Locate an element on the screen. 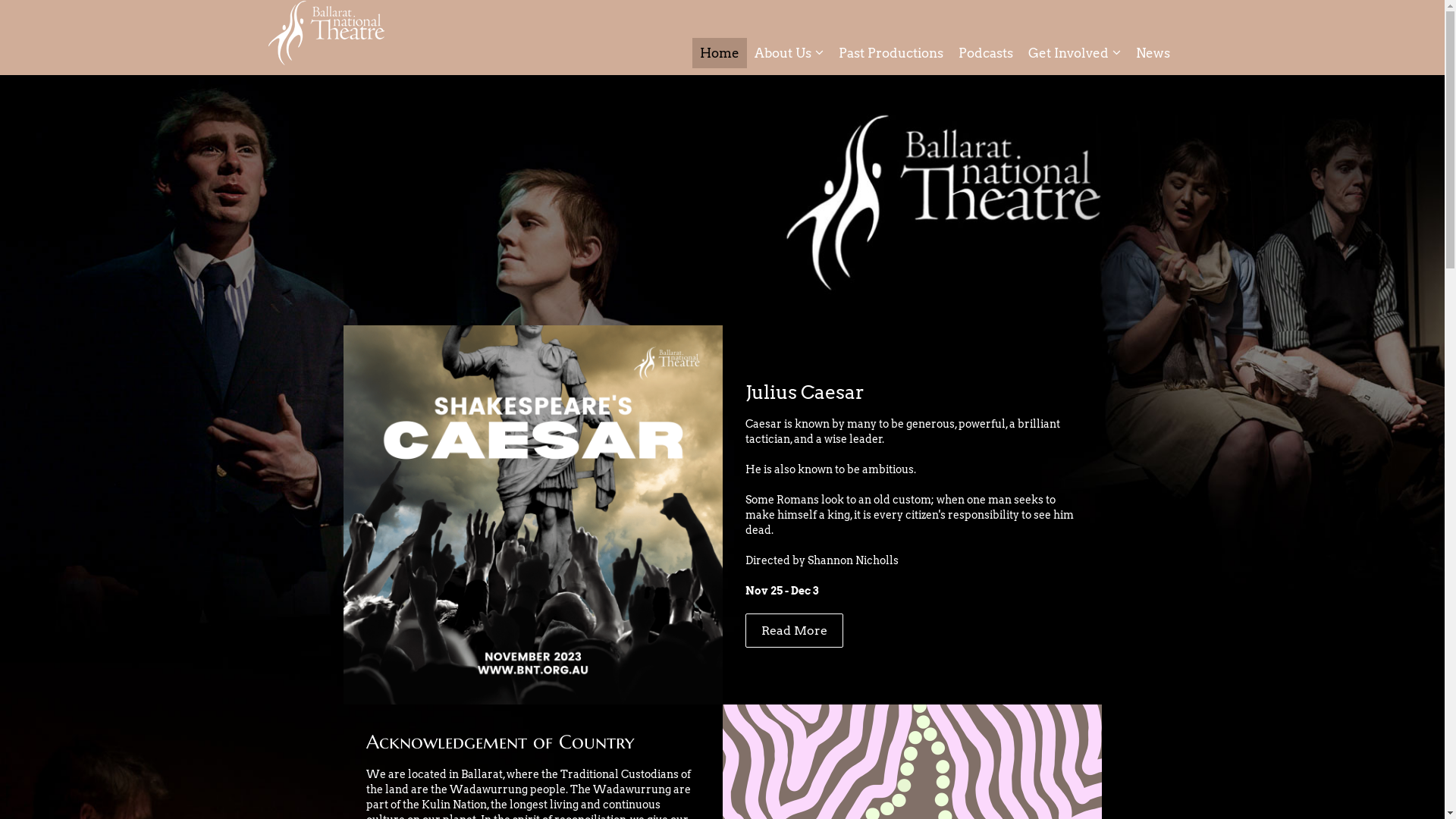 This screenshot has height=819, width=1456. 'Past Productions' is located at coordinates (891, 52).